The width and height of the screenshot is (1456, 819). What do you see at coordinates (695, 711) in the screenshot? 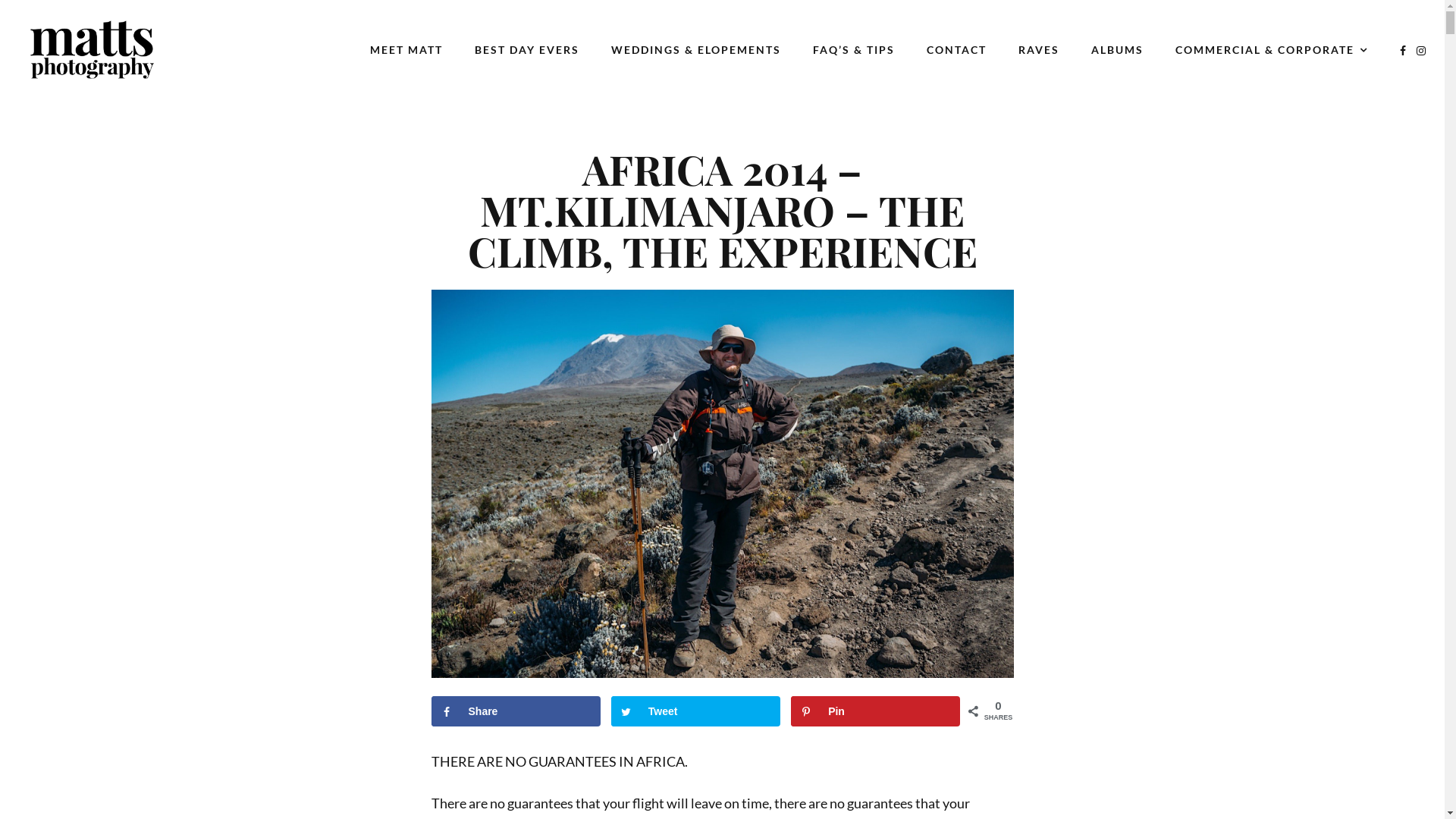
I see `'Tweet'` at bounding box center [695, 711].